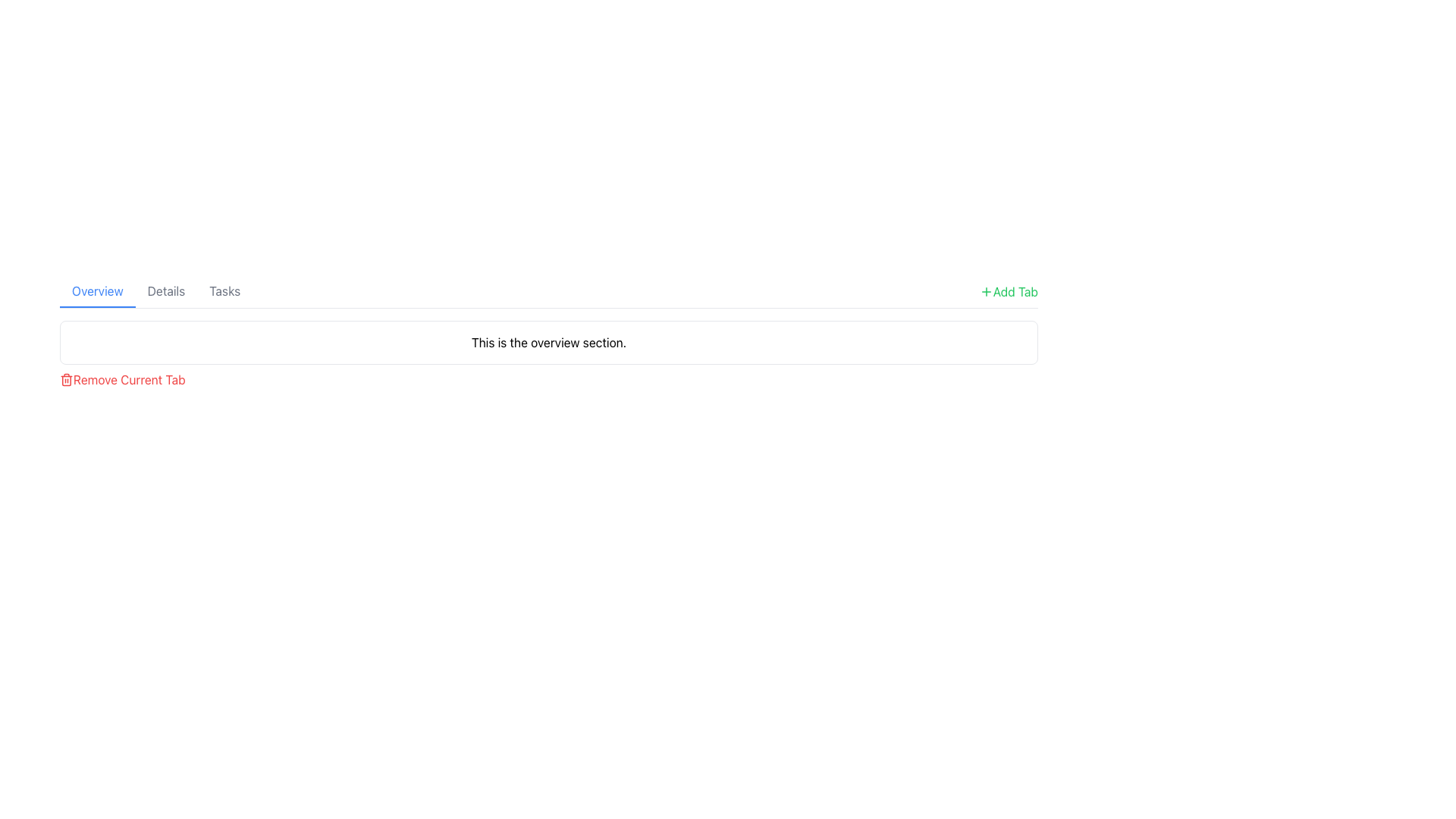  What do you see at coordinates (1009, 292) in the screenshot?
I see `the green button labeled '+ Add Tab' located at the far right of the horizontal navigation bar` at bounding box center [1009, 292].